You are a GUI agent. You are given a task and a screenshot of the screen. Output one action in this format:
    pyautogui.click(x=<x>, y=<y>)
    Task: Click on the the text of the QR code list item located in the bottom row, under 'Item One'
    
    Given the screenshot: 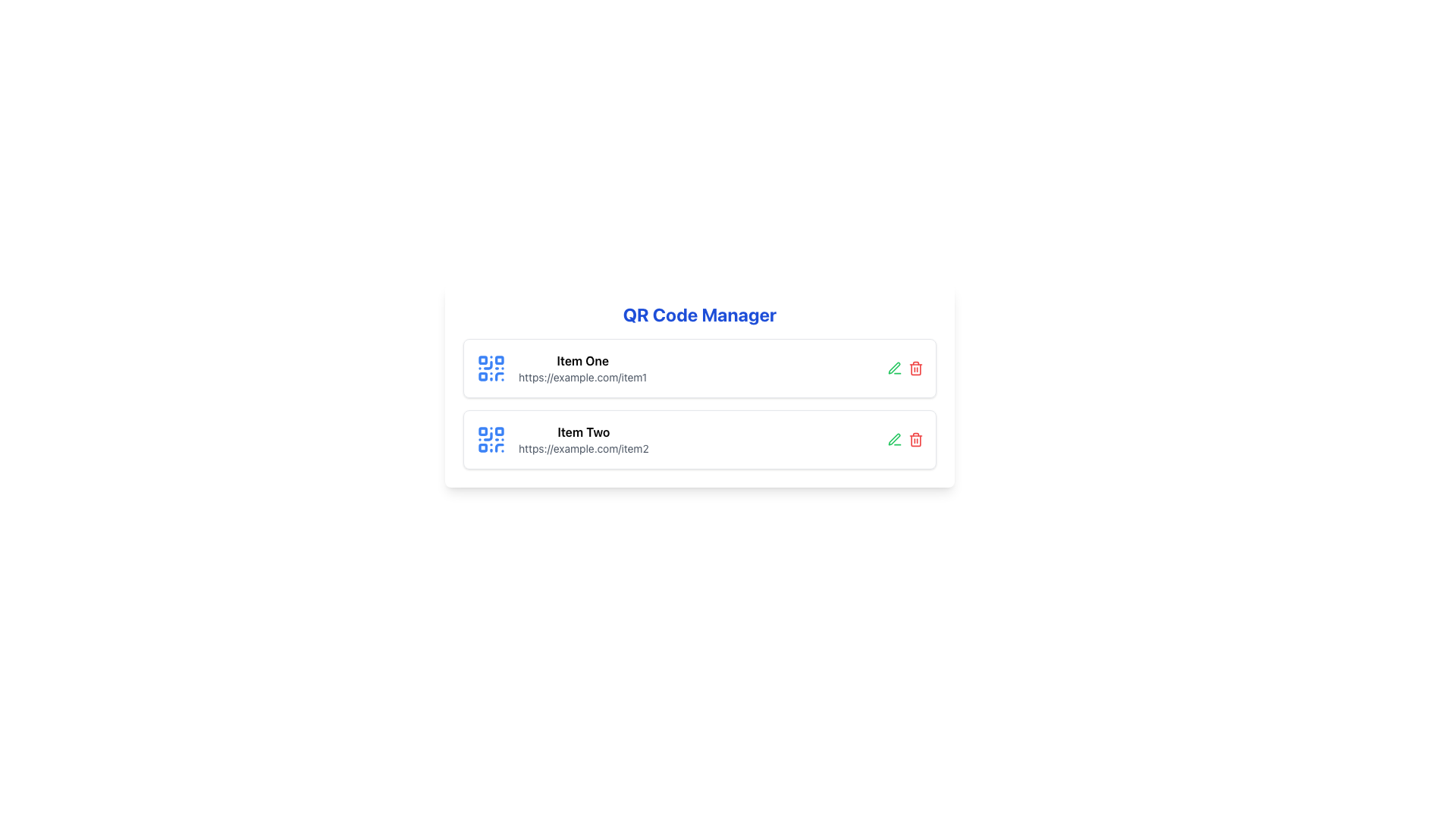 What is the action you would take?
    pyautogui.click(x=561, y=439)
    